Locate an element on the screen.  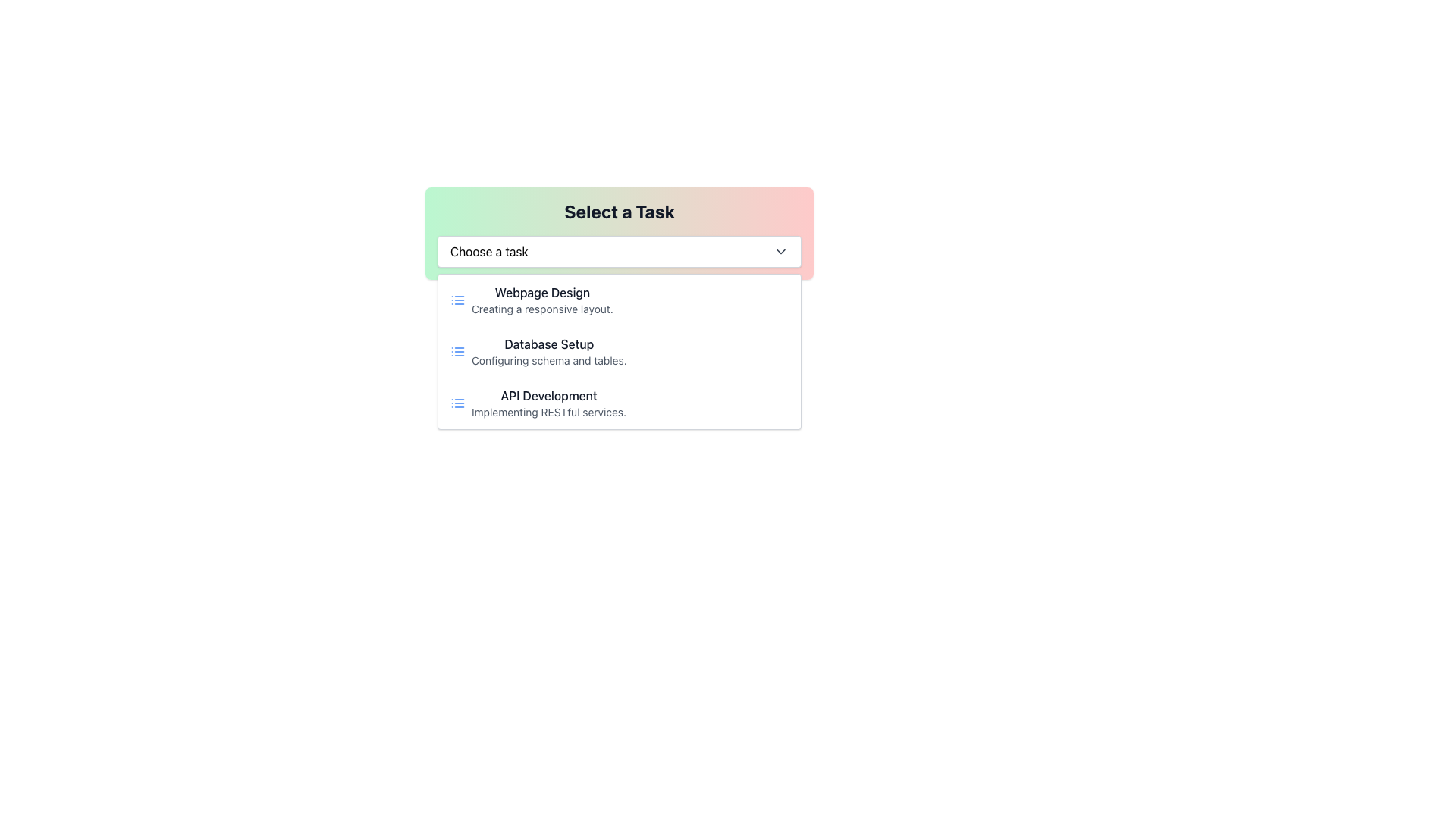
the first list item under the 'Select a Task' dropdown is located at coordinates (619, 300).